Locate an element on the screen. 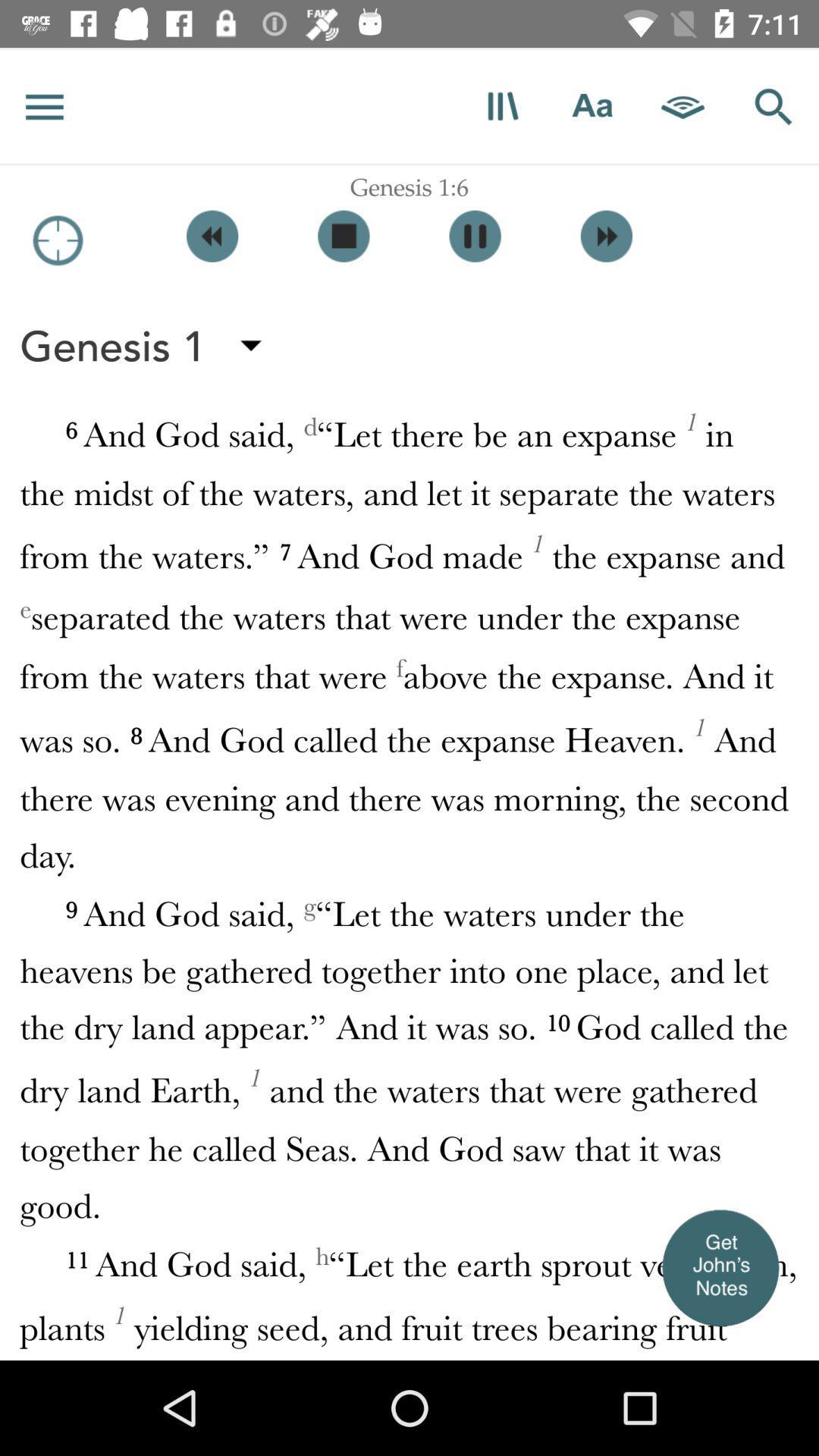 This screenshot has height=1456, width=819. stop toggle is located at coordinates (344, 235).